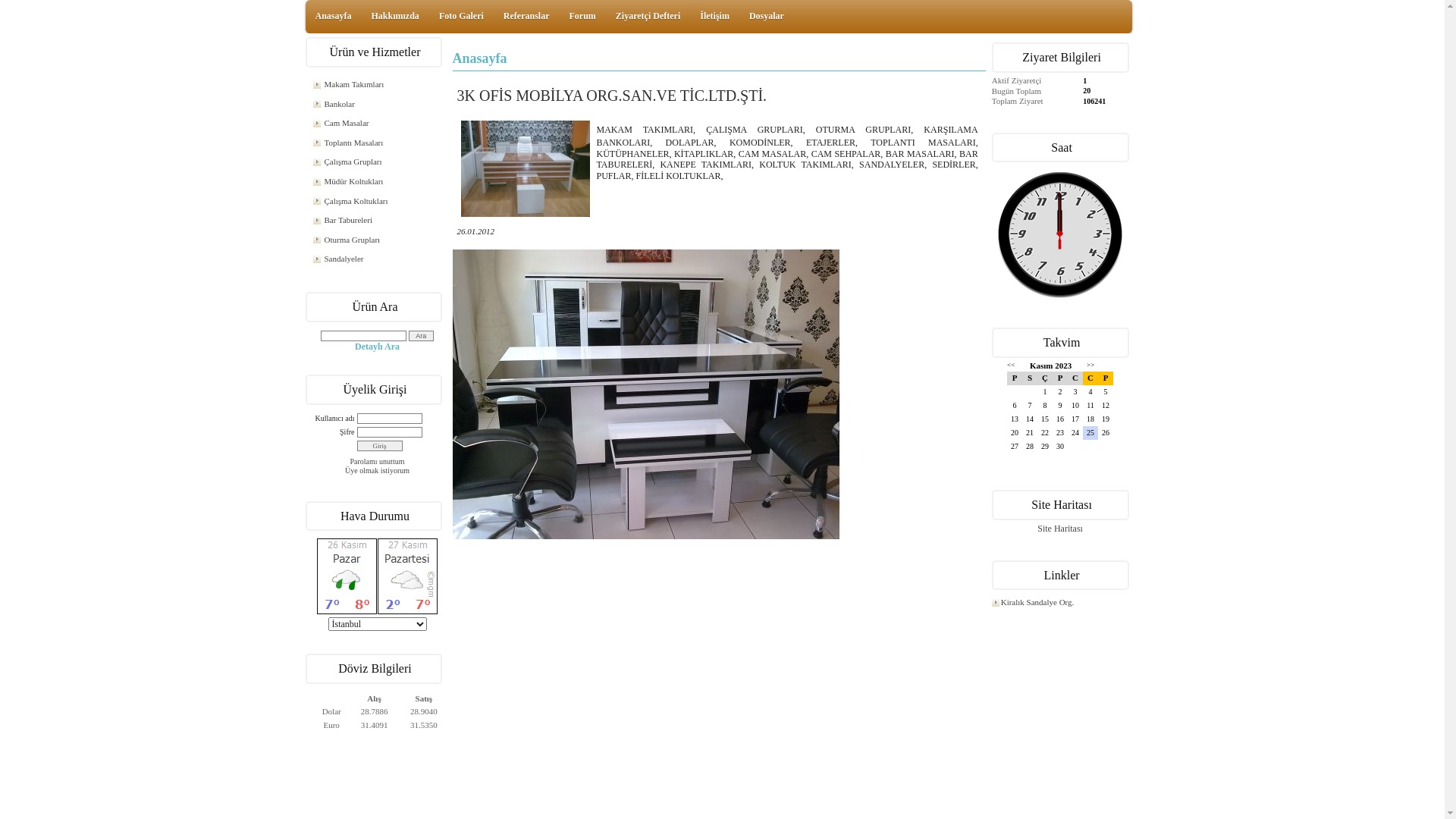 The image size is (1456, 819). I want to click on '3', so click(1066, 391).